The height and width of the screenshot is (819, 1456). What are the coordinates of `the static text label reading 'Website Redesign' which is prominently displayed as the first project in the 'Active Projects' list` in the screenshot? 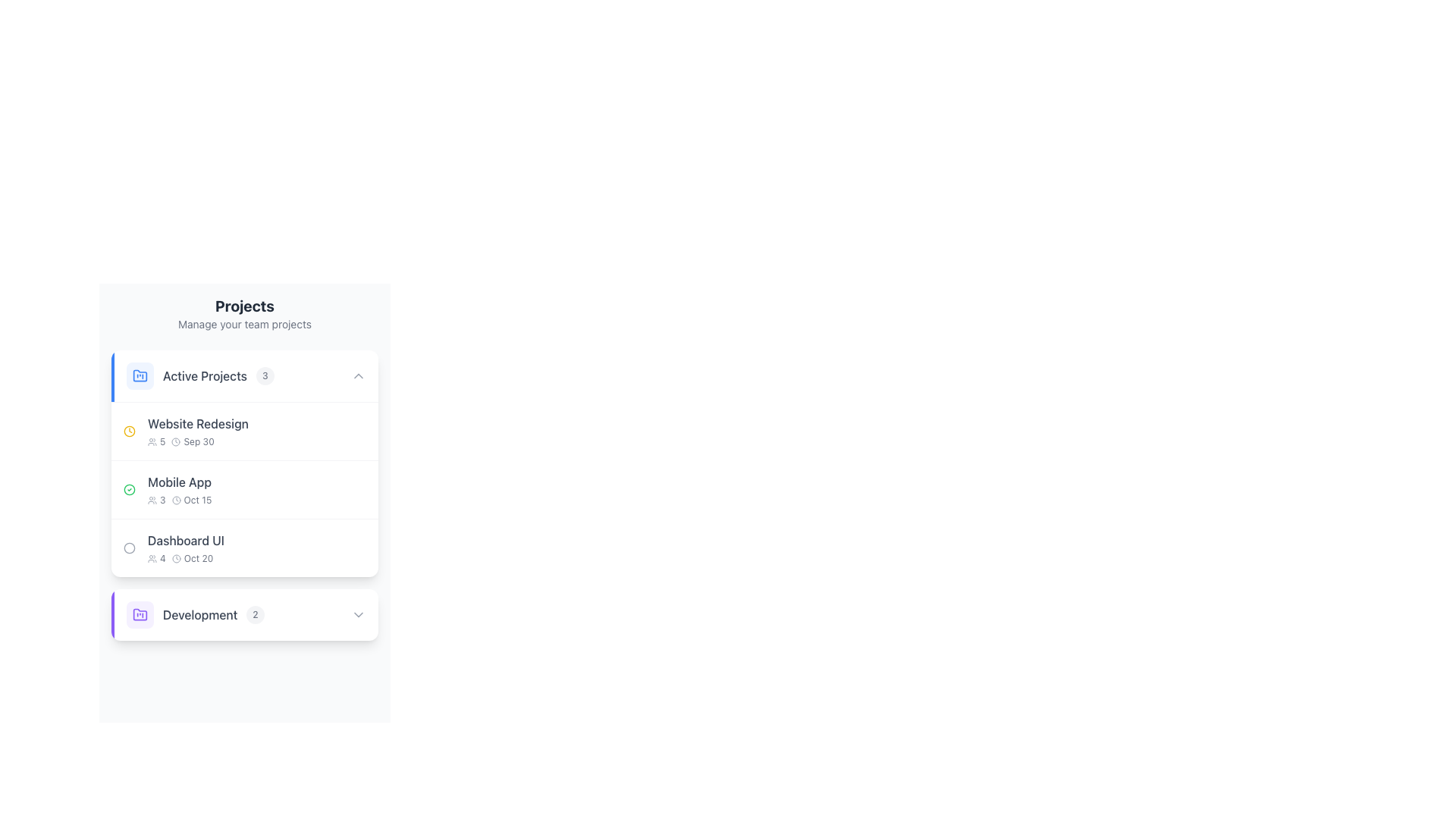 It's located at (197, 424).